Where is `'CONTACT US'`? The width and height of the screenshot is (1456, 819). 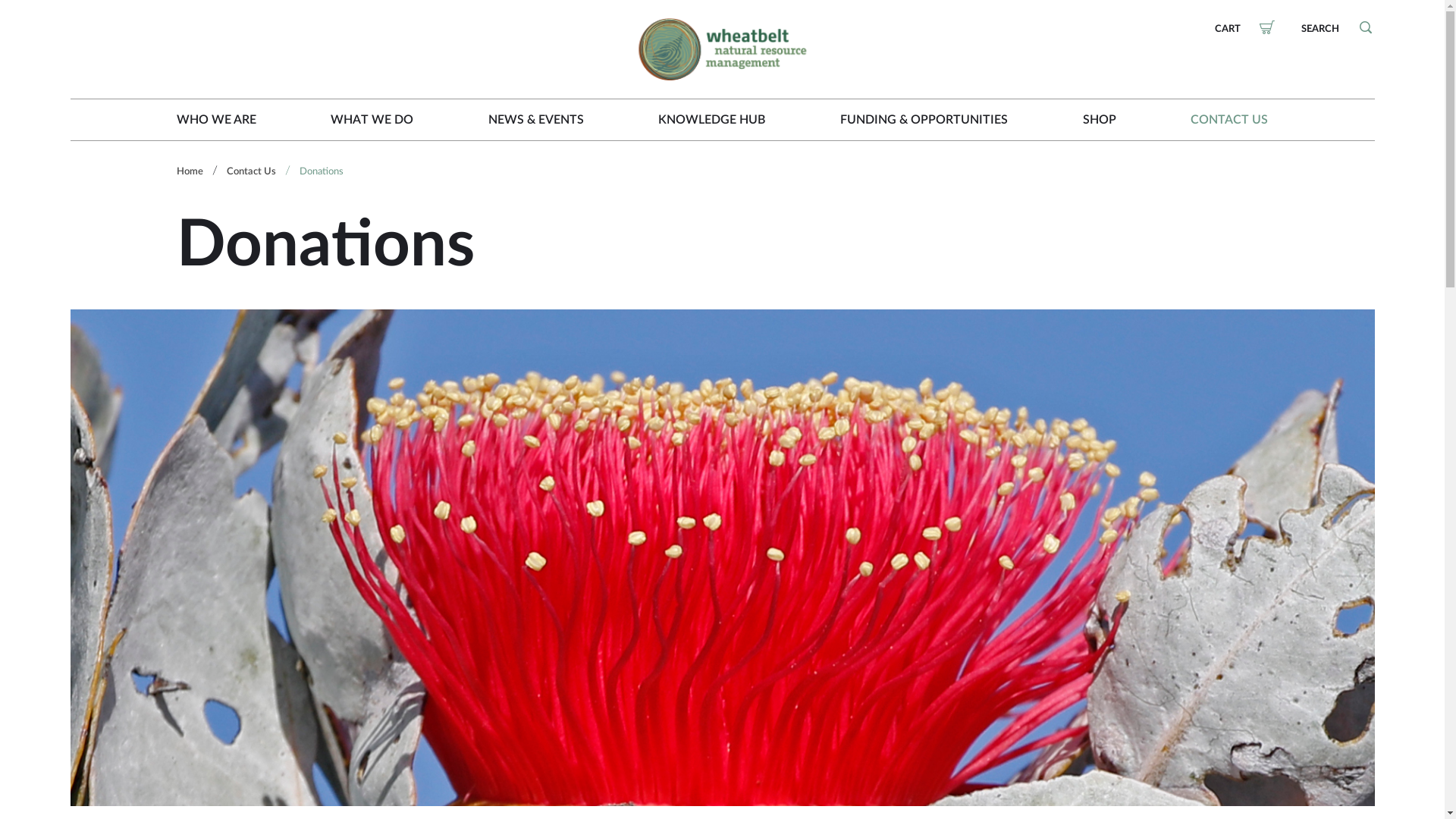 'CONTACT US' is located at coordinates (1229, 119).